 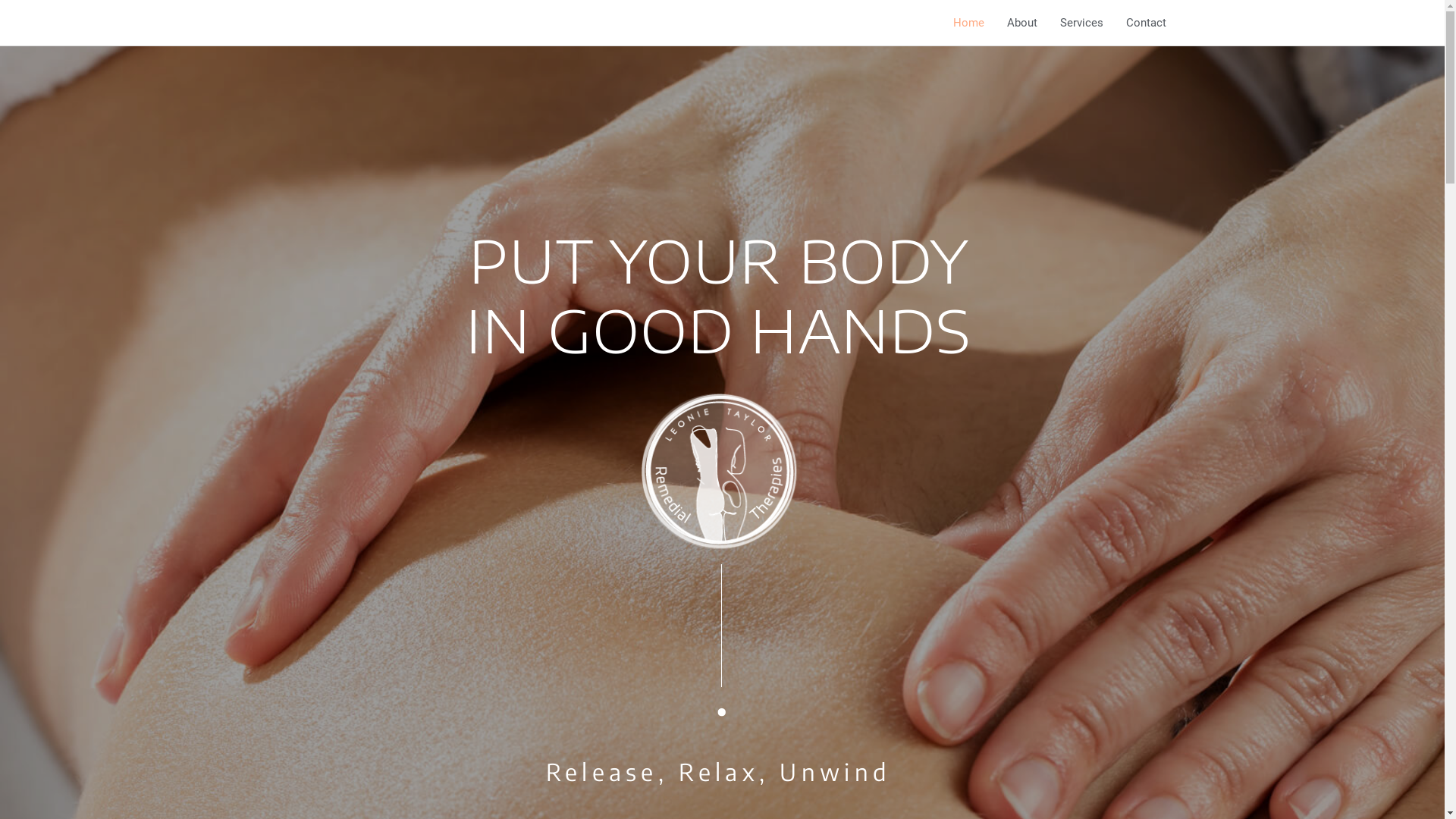 I want to click on 'Home', so click(x=968, y=23).